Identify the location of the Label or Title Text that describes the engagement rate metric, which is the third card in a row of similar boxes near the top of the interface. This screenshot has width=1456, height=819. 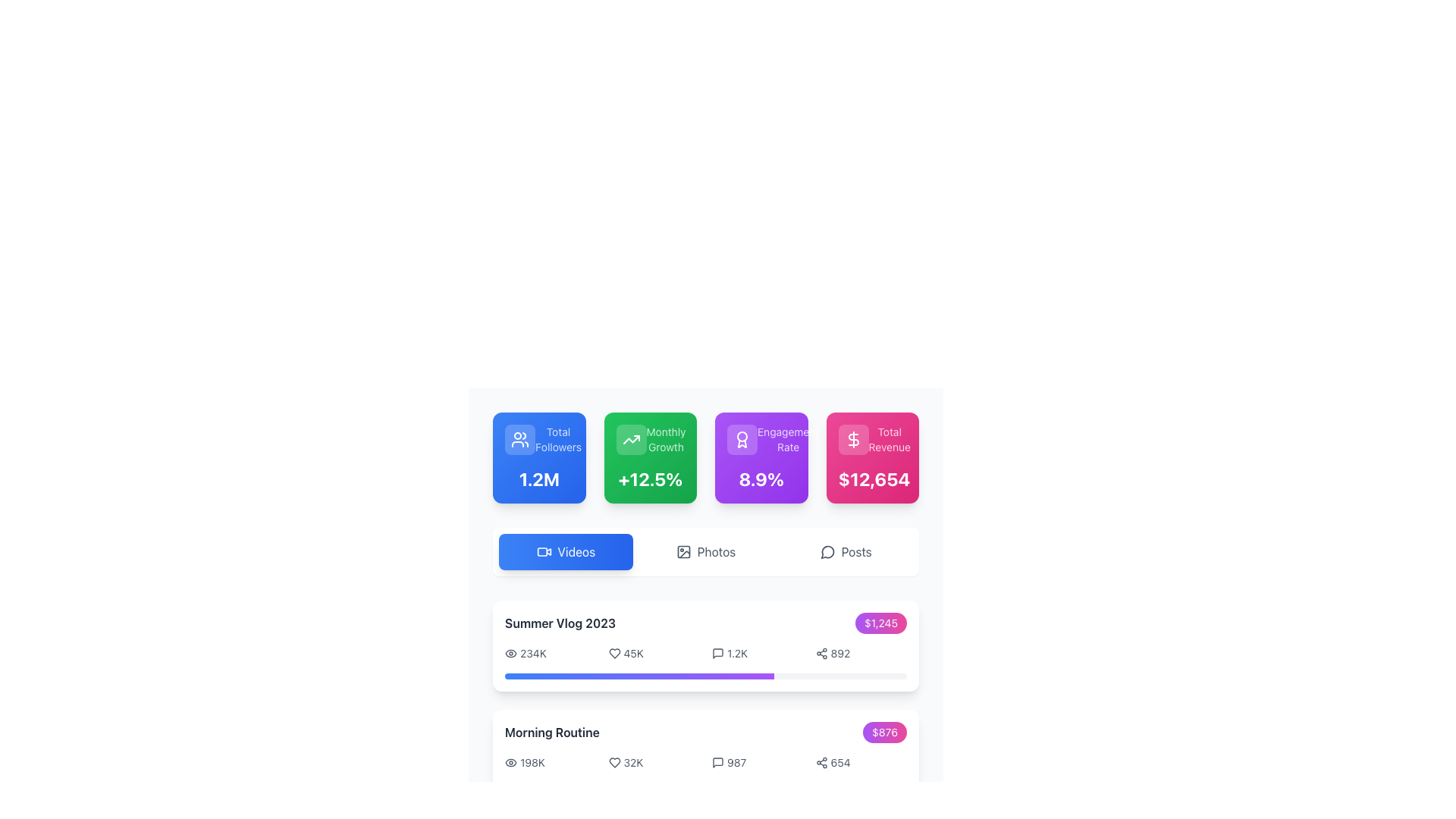
(761, 439).